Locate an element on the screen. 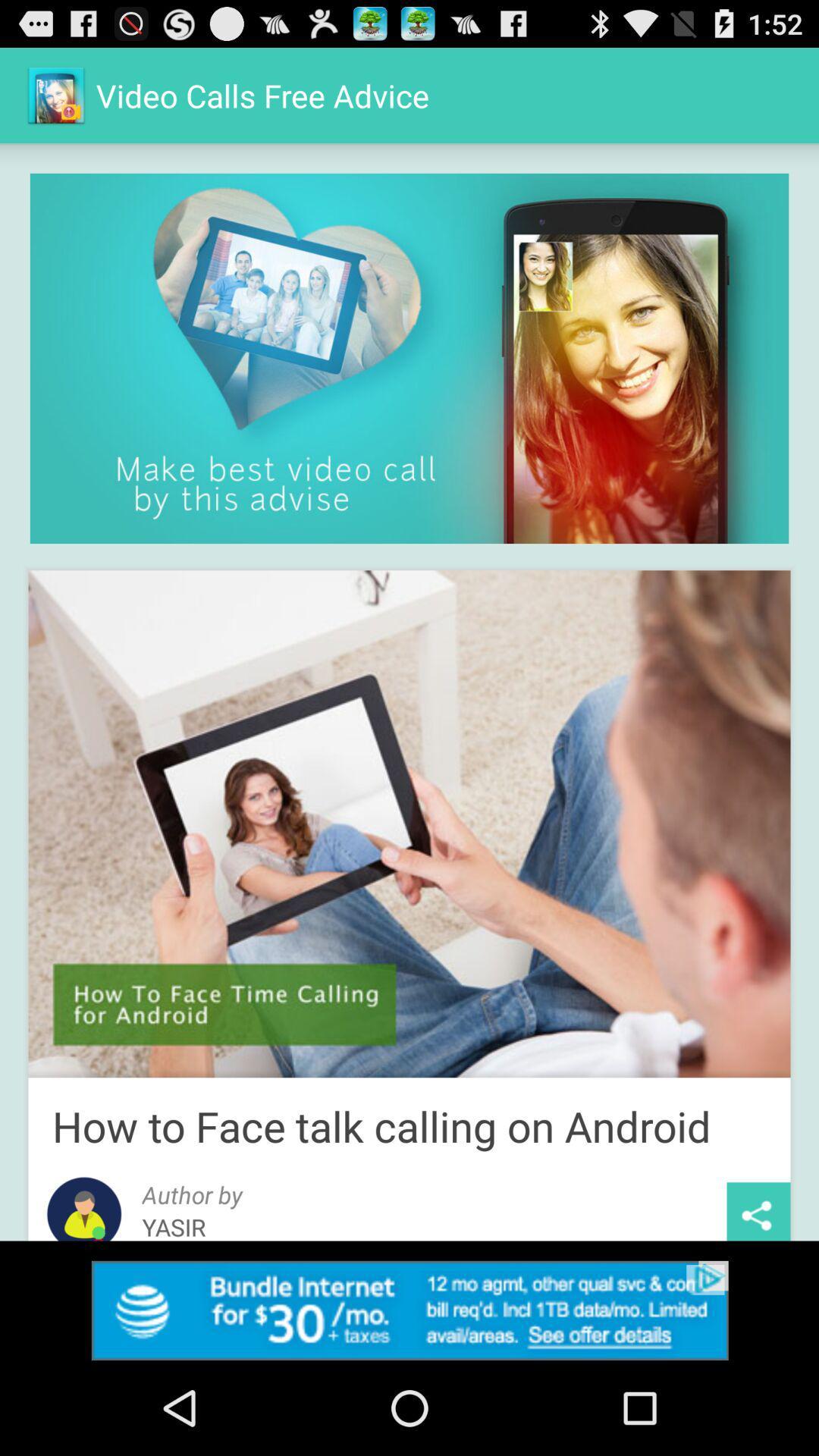  advertisement link is located at coordinates (409, 1310).